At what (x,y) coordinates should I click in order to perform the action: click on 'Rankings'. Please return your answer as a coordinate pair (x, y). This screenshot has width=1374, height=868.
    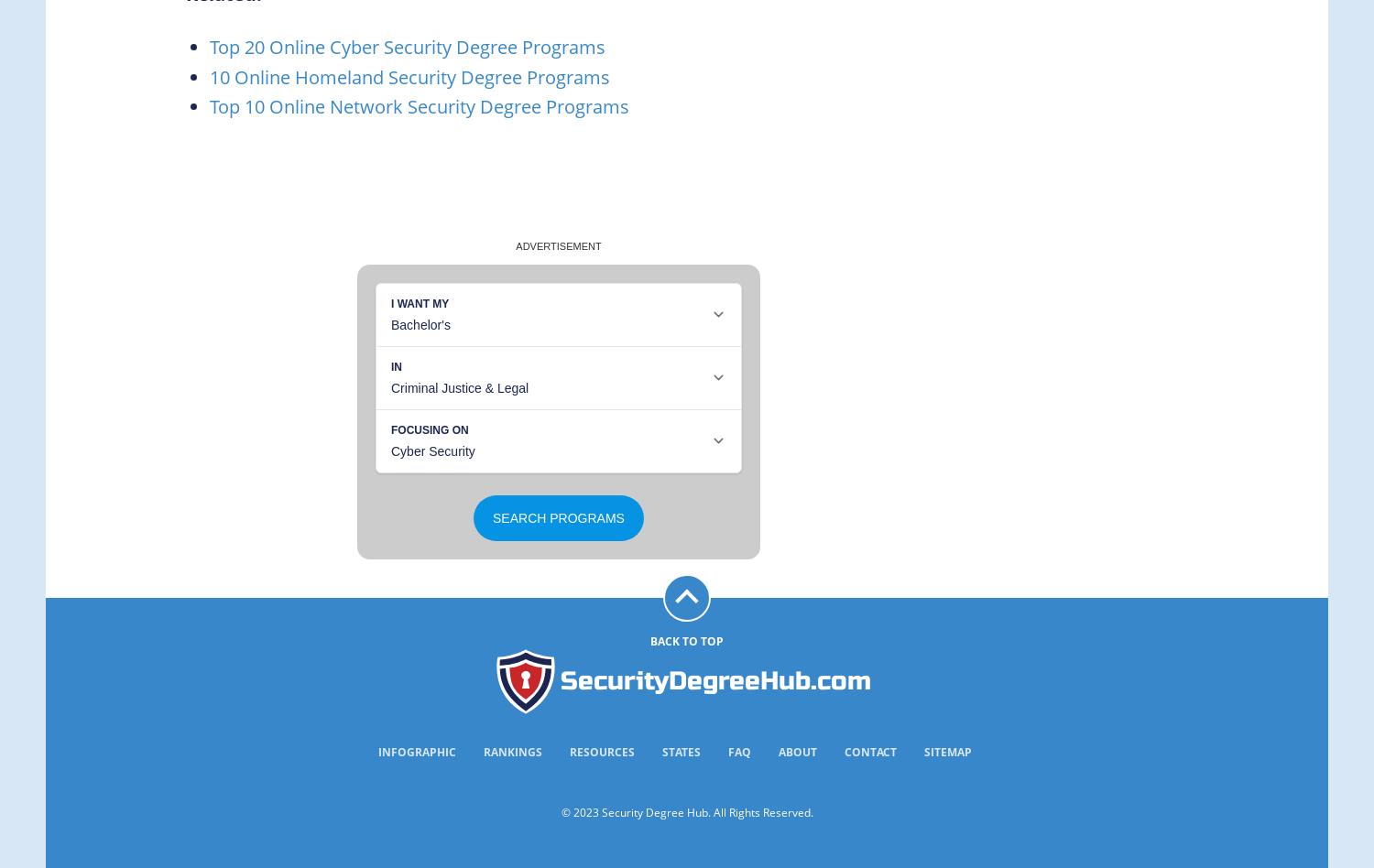
    Looking at the image, I should click on (484, 751).